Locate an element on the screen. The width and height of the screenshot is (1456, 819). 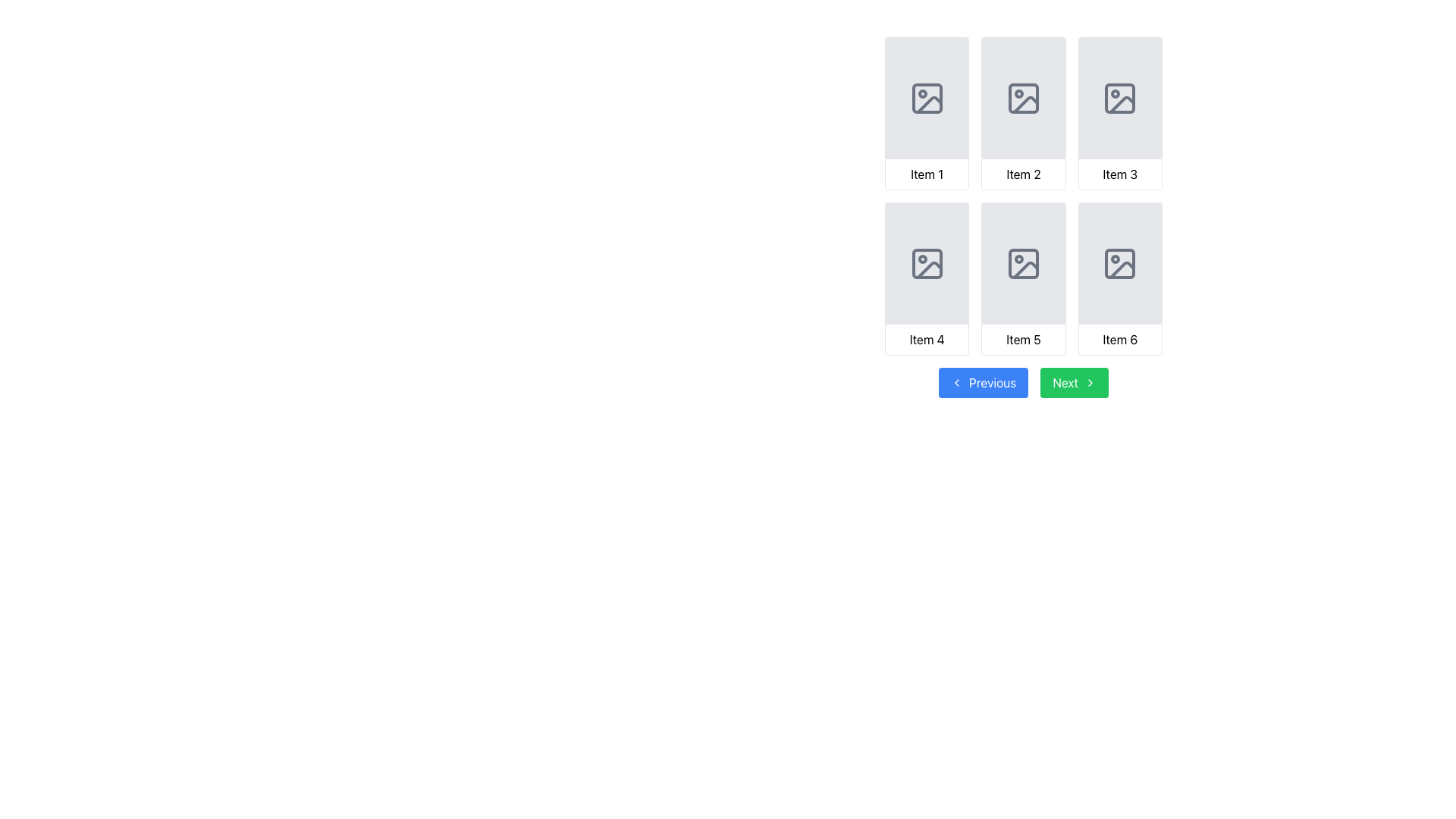
the second item in the card component grid is located at coordinates (1023, 113).